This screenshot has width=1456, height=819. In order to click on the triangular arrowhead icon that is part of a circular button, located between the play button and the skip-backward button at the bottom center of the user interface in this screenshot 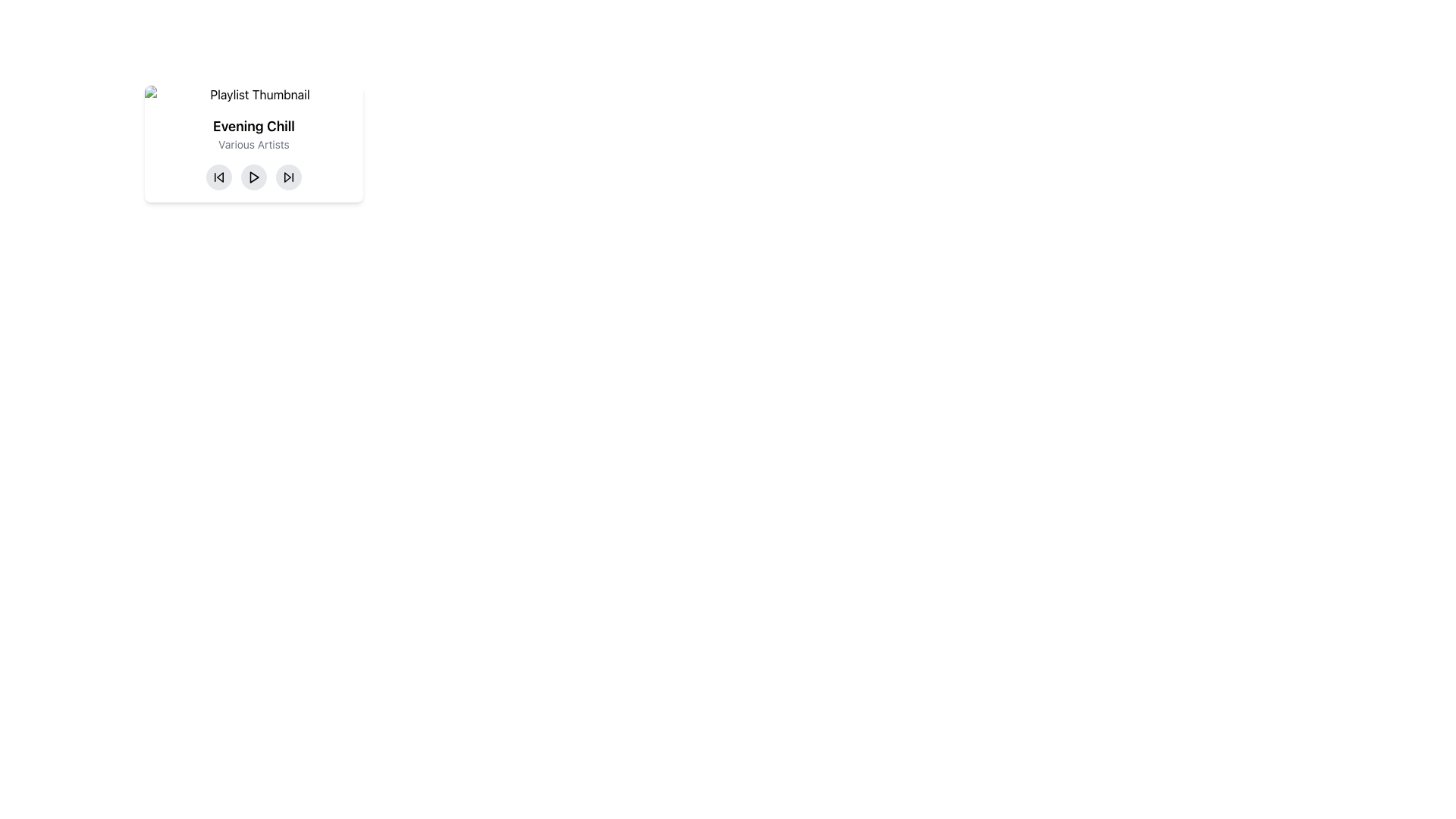, I will do `click(287, 177)`.